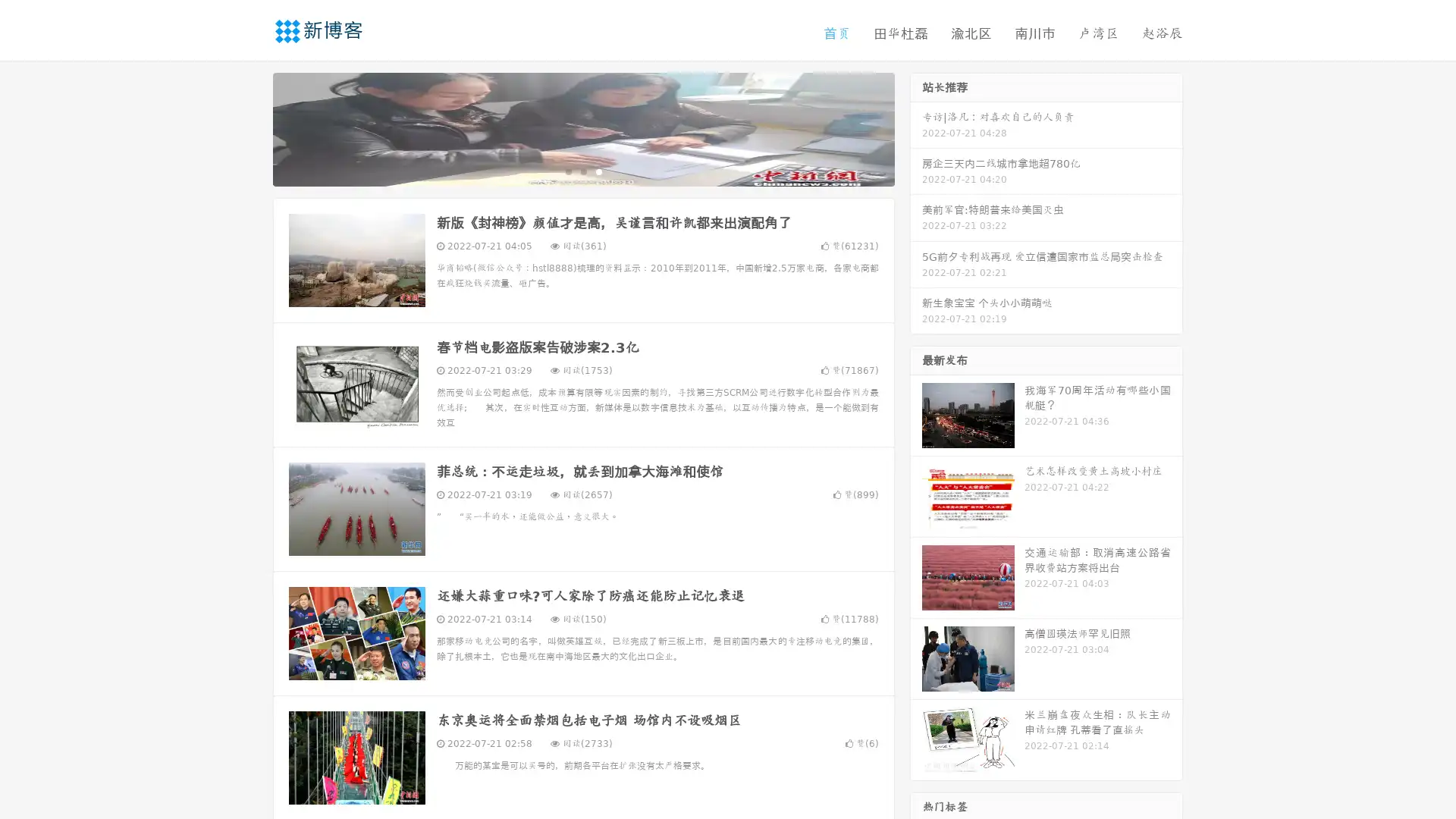 The image size is (1456, 819). I want to click on Next slide, so click(916, 127).